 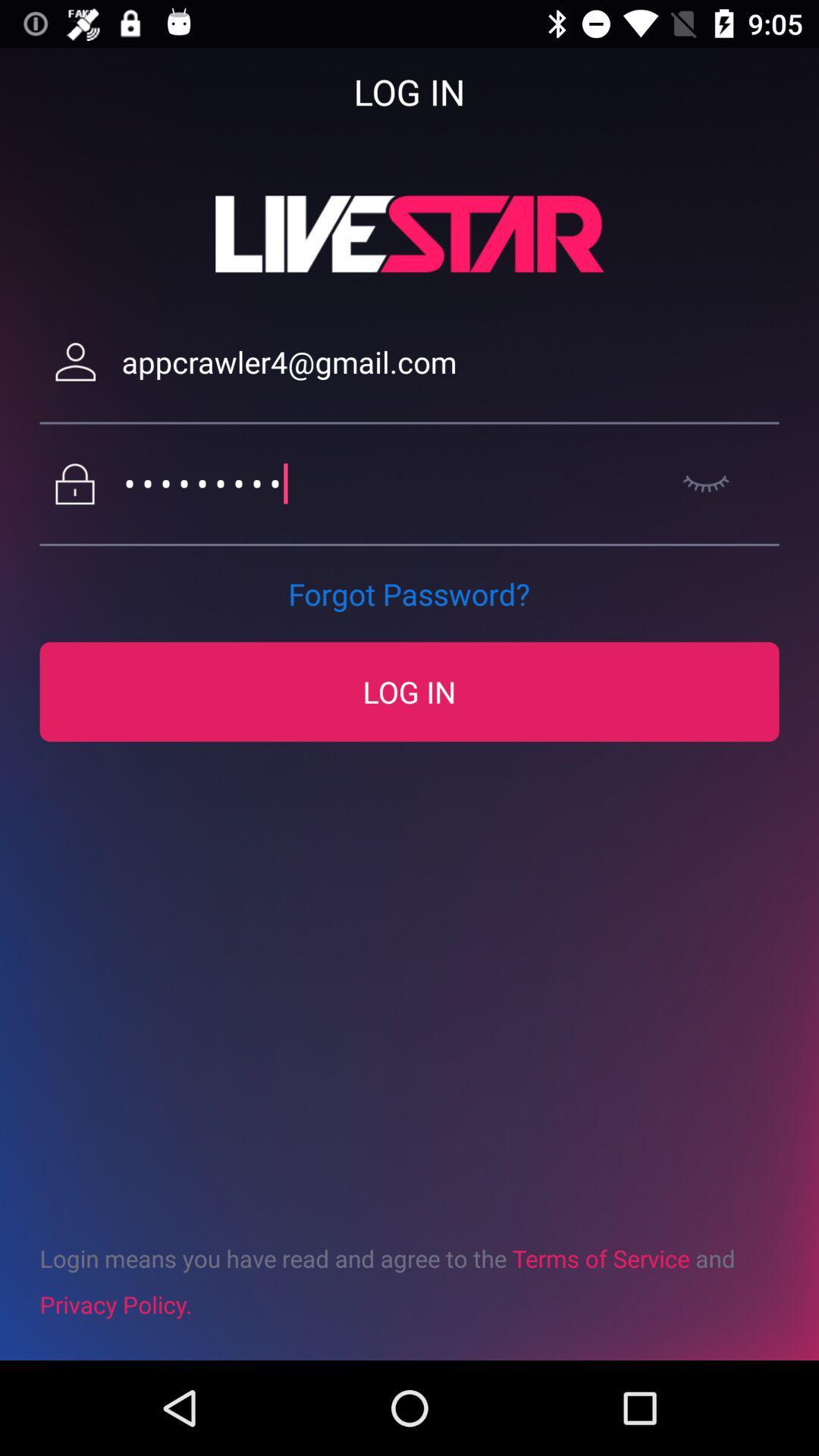 I want to click on the icon below the log in icon, so click(x=409, y=1280).